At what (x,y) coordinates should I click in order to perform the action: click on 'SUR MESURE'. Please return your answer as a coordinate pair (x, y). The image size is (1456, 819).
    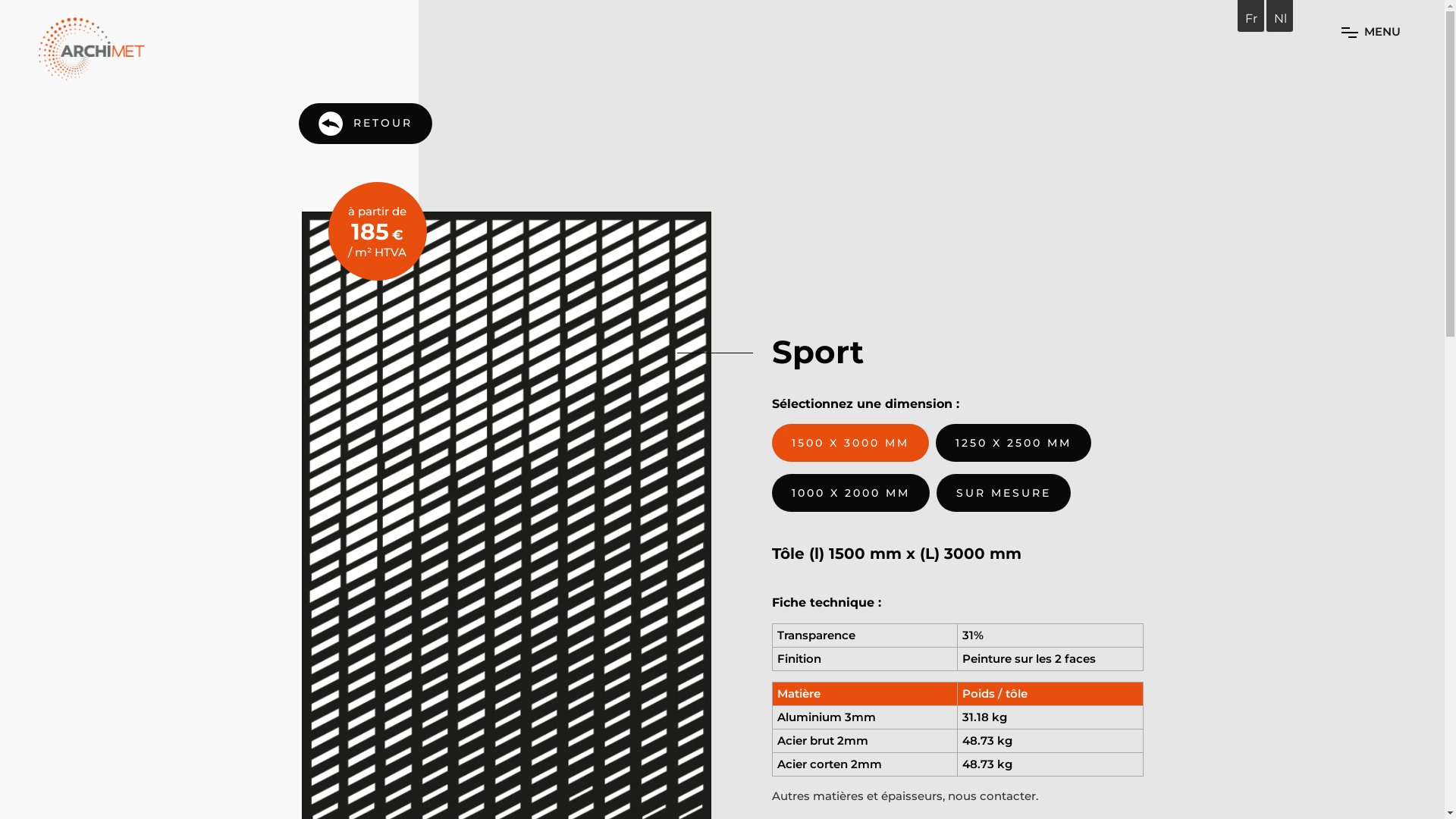
    Looking at the image, I should click on (934, 493).